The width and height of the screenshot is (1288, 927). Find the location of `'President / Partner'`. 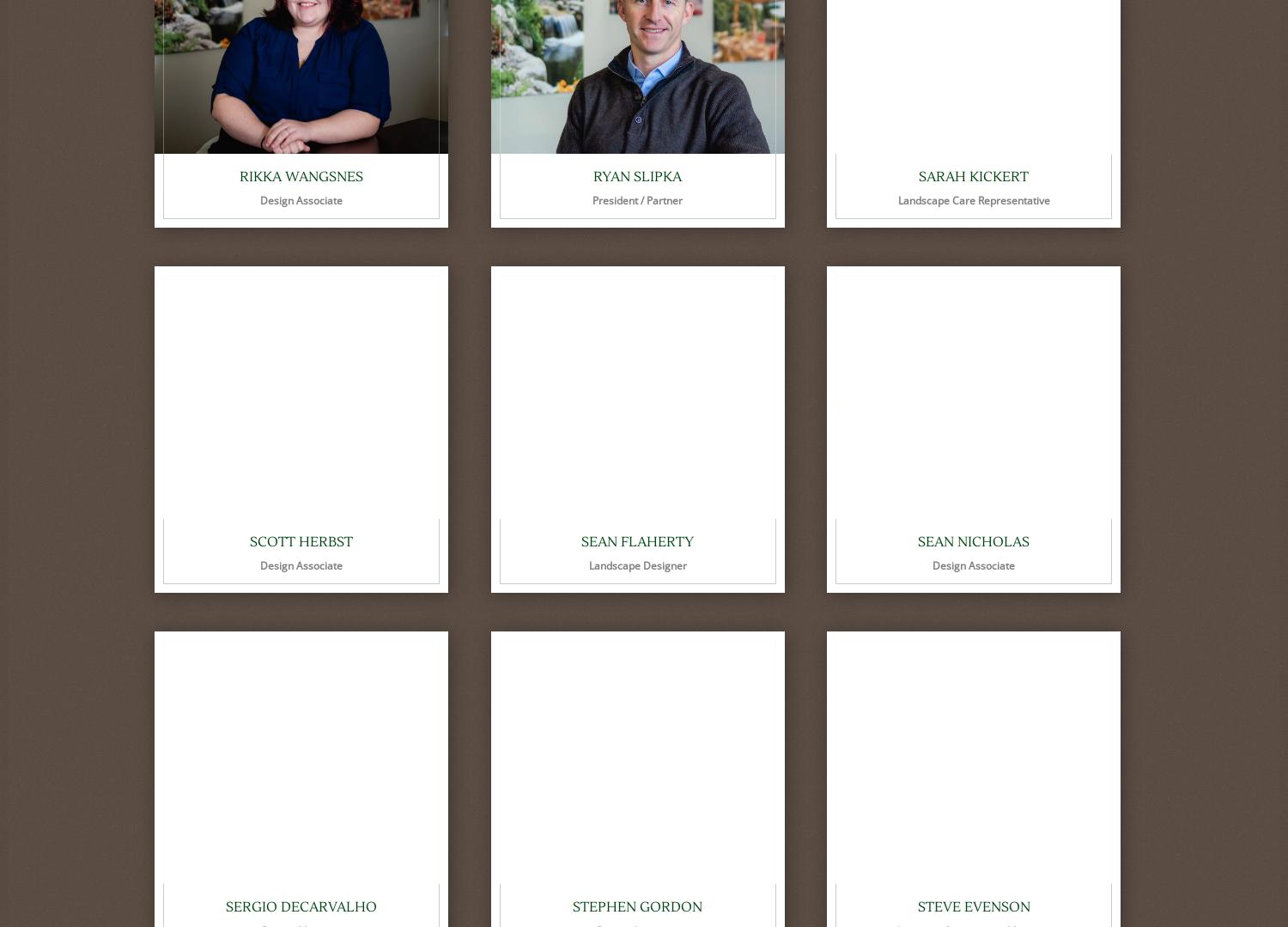

'President / Partner' is located at coordinates (636, 199).